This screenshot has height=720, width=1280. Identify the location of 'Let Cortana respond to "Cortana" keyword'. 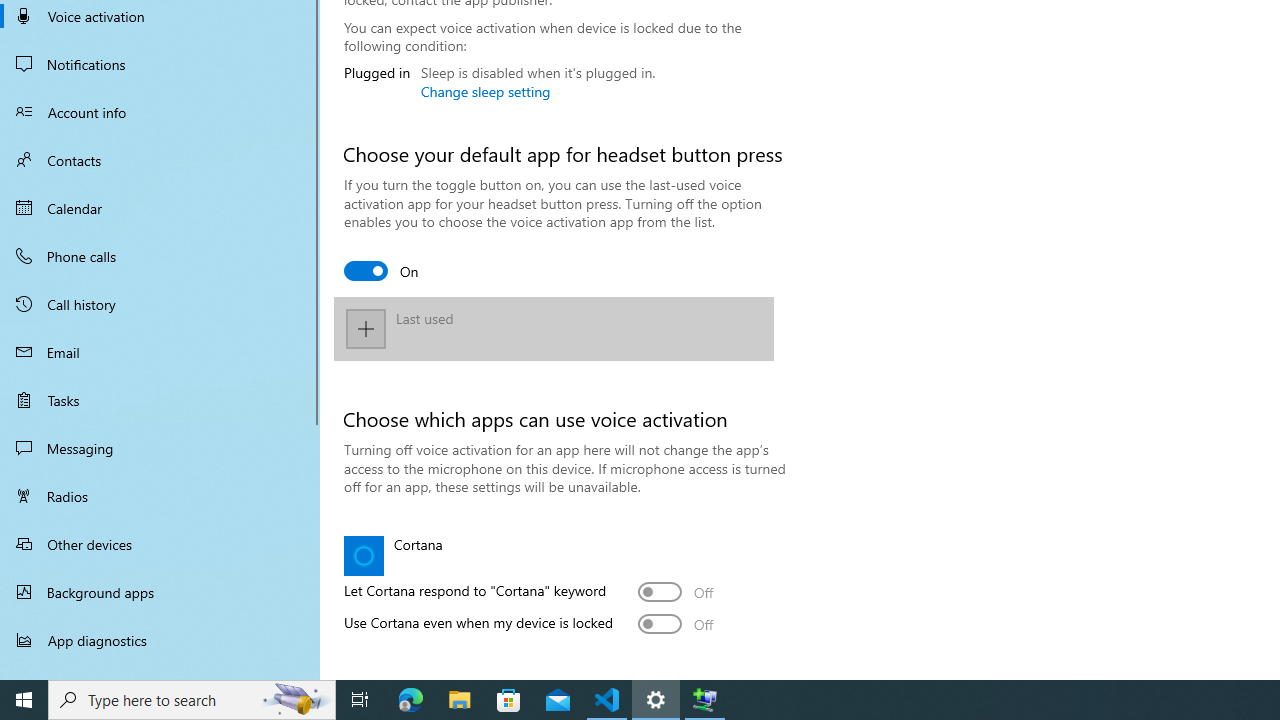
(675, 590).